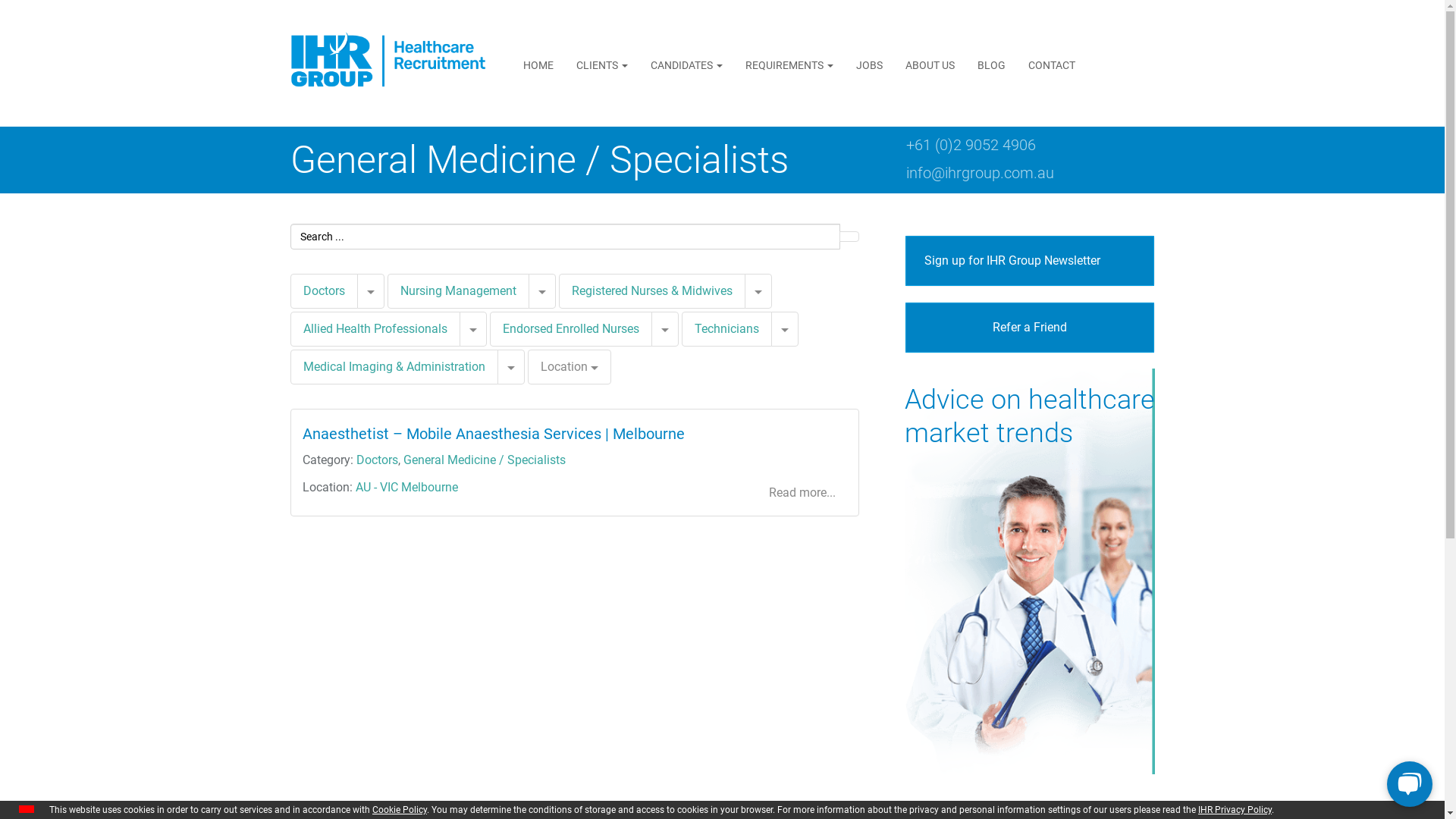 The width and height of the screenshot is (1456, 819). What do you see at coordinates (394, 366) in the screenshot?
I see `'Medical Imaging & Administration'` at bounding box center [394, 366].